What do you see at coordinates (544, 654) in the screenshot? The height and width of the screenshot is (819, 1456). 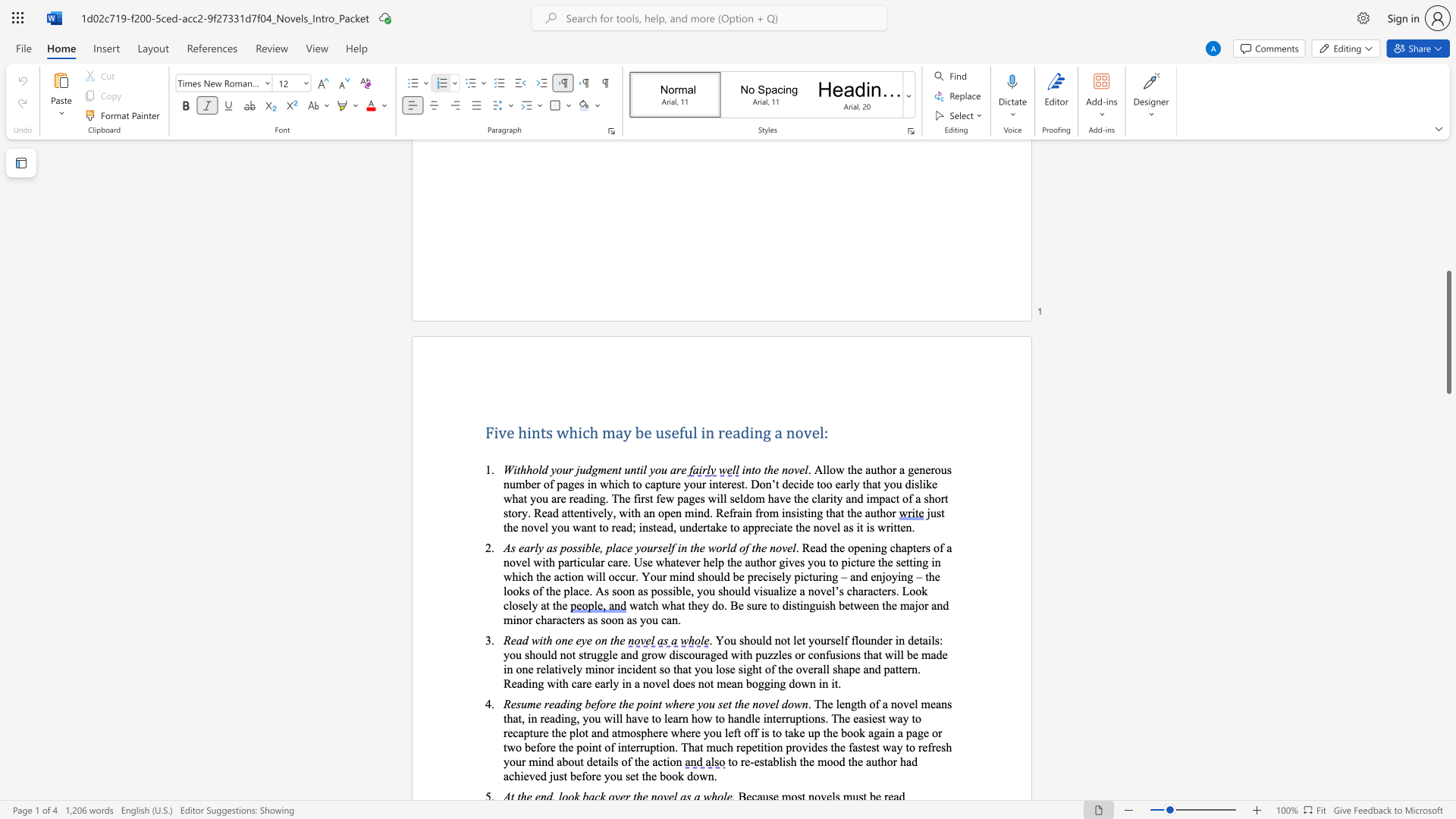 I see `the 6th character "u" in the text` at bounding box center [544, 654].